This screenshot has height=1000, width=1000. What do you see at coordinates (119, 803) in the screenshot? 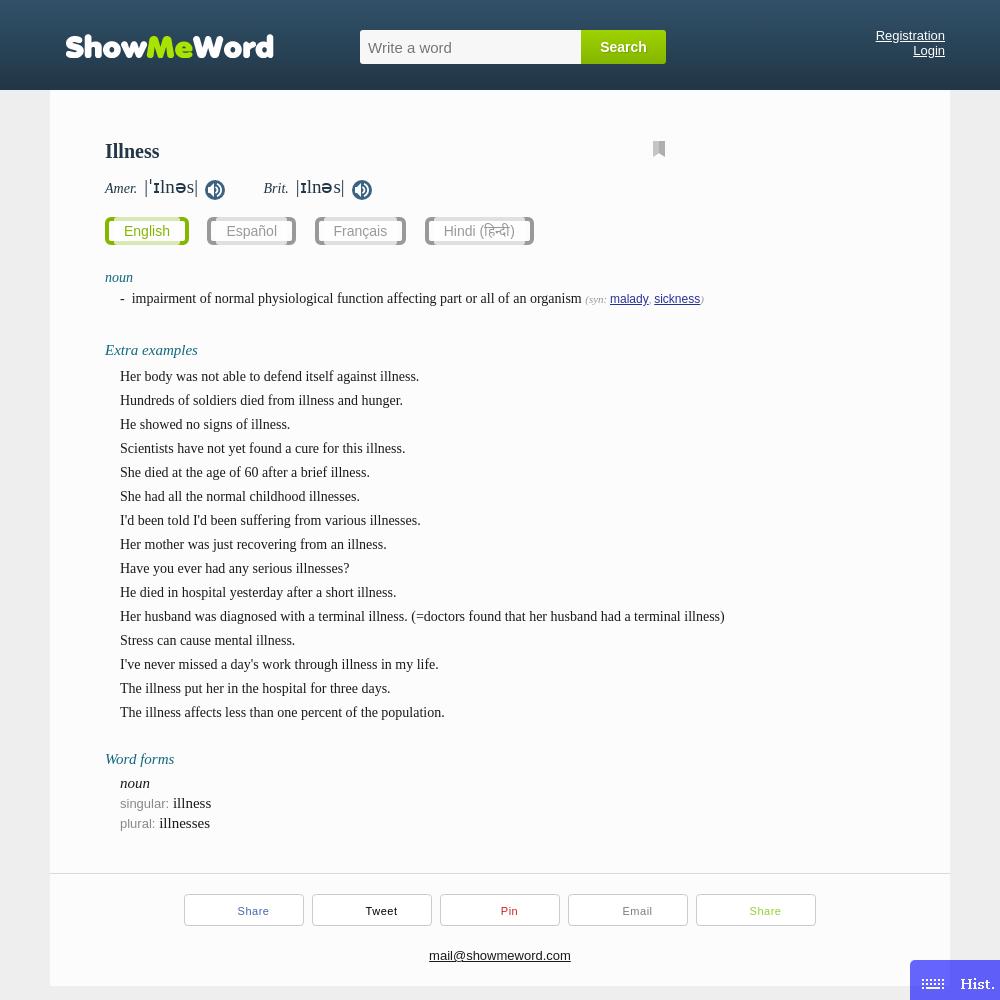
I see `'singular:'` at bounding box center [119, 803].